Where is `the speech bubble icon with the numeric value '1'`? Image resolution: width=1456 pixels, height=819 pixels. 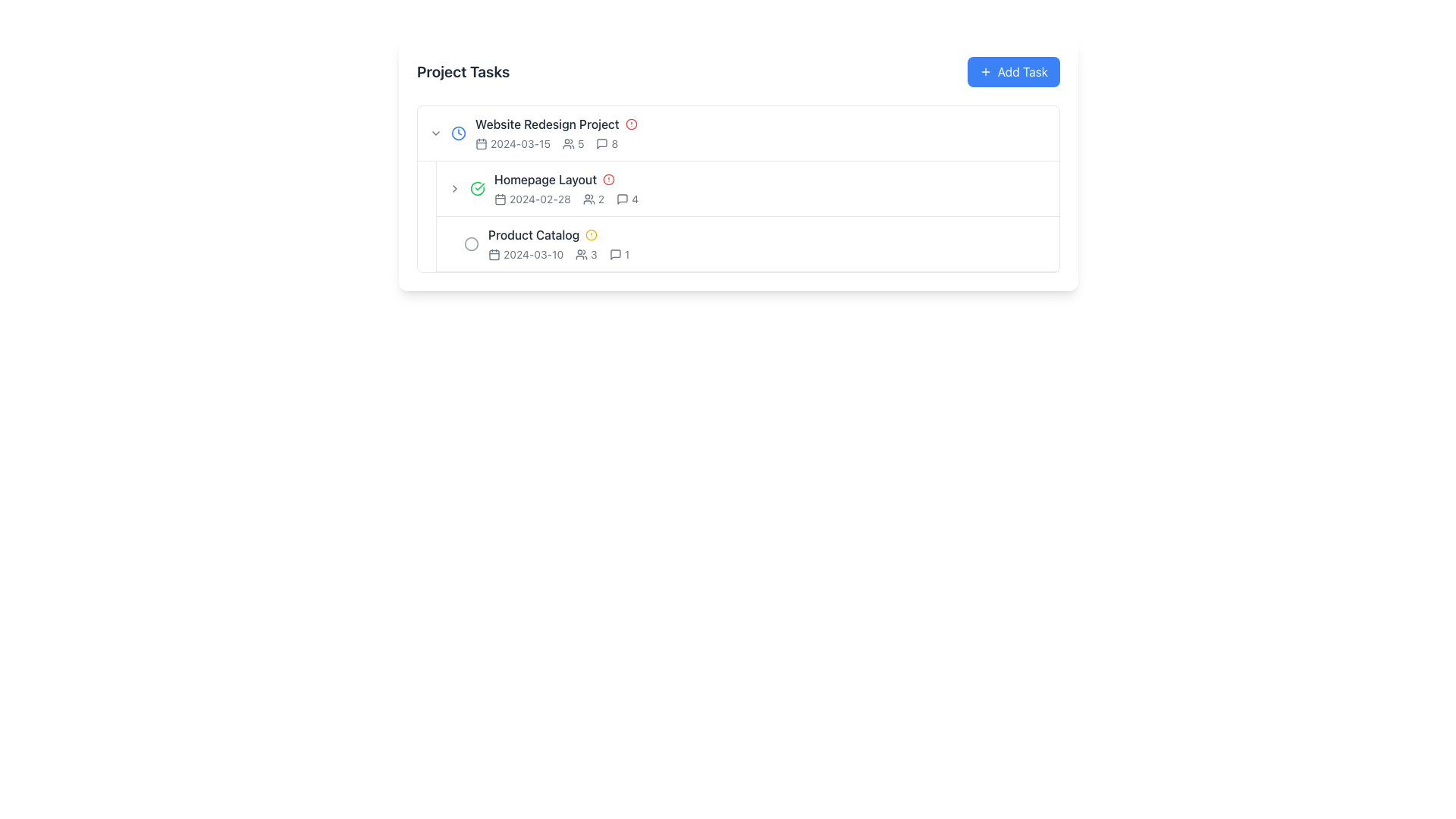 the speech bubble icon with the numeric value '1' is located at coordinates (619, 253).